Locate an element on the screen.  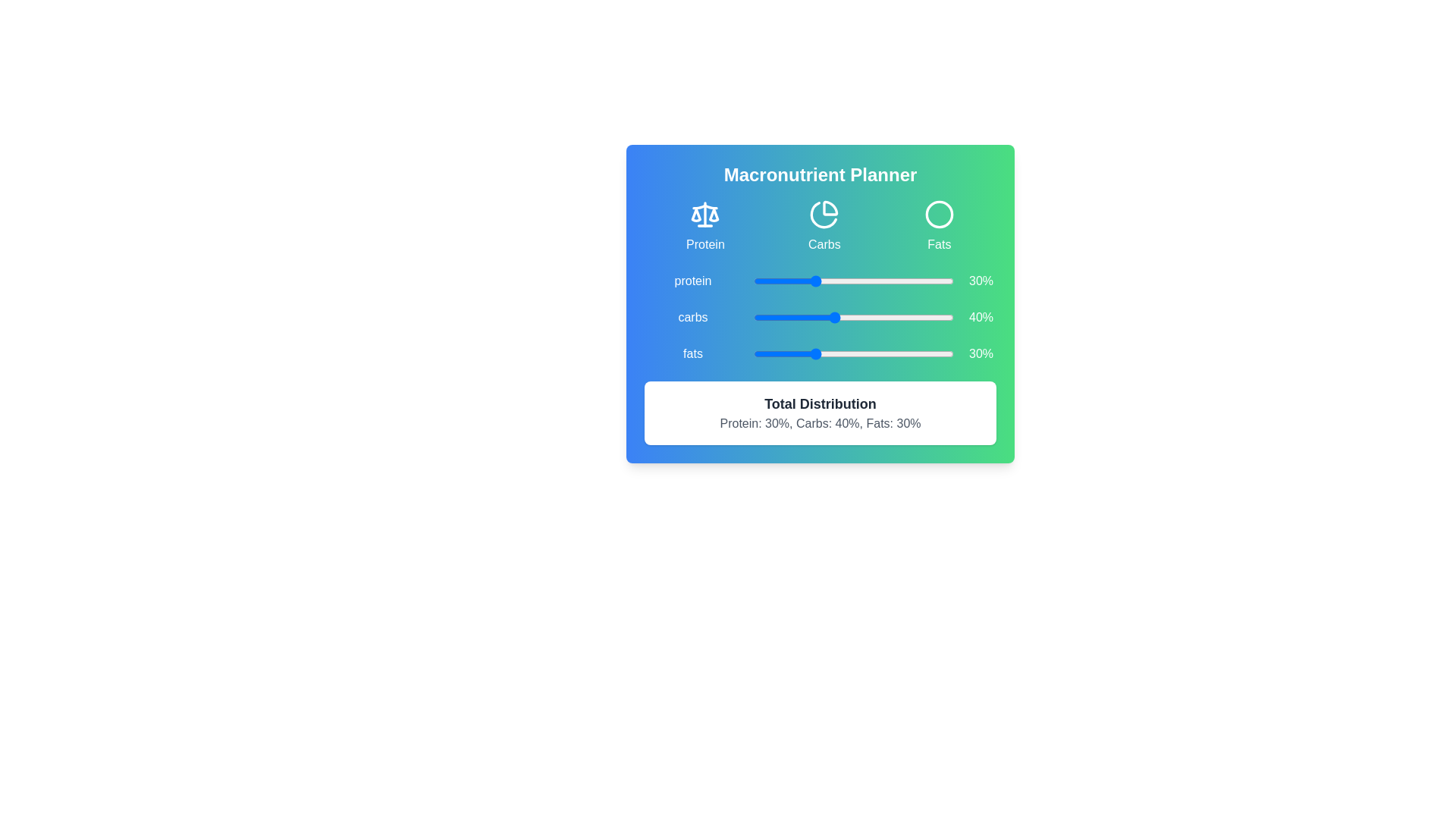
the small pie chart icon with a highlighted quarter section located under the 'Macronutrient Planner' header, positioned between the 'Protein' and 'Fats' icons is located at coordinates (823, 215).